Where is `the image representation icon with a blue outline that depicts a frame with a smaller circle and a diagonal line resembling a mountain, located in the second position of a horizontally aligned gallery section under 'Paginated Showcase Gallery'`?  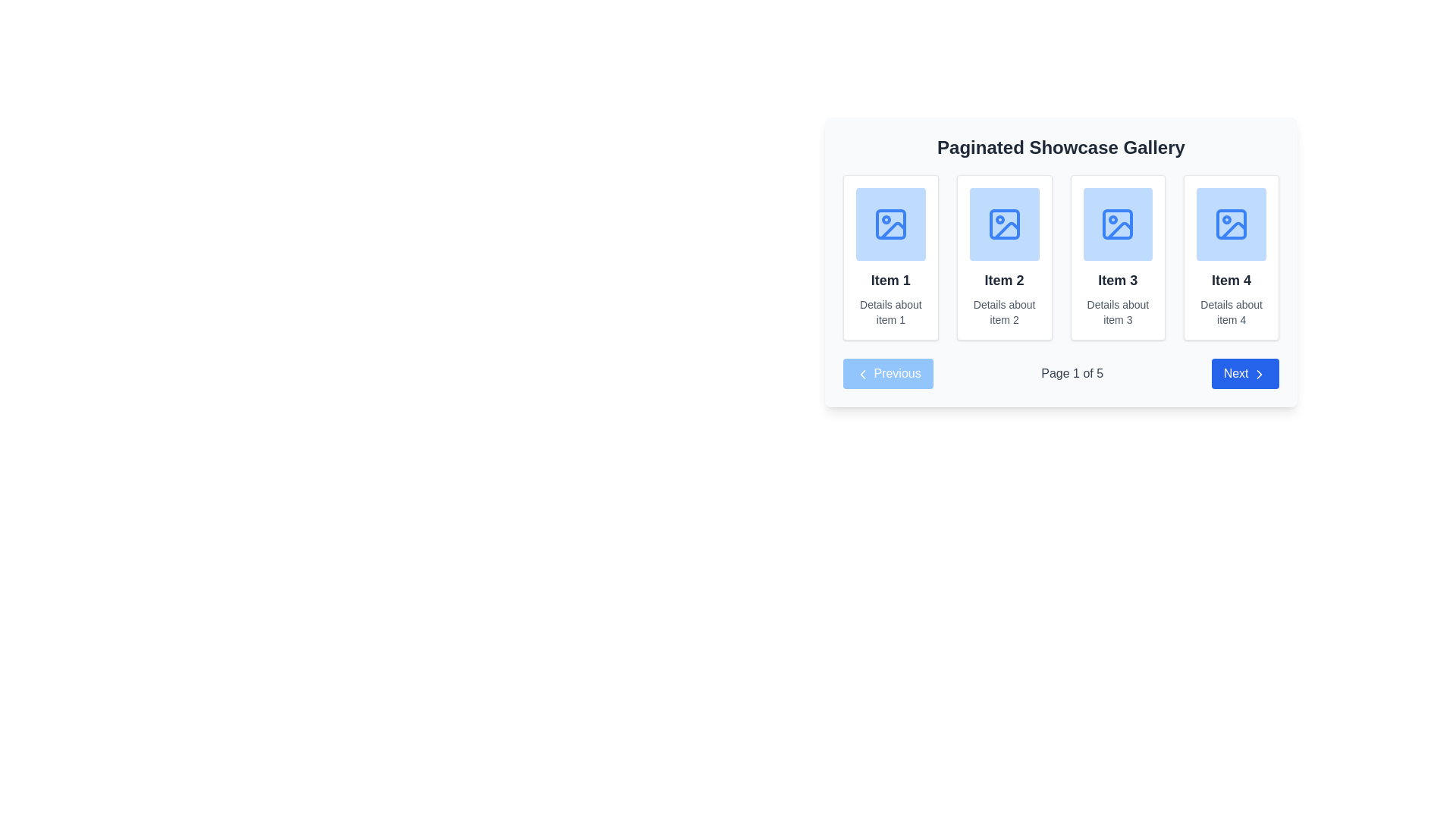
the image representation icon with a blue outline that depicts a frame with a smaller circle and a diagonal line resembling a mountain, located in the second position of a horizontally aligned gallery section under 'Paginated Showcase Gallery' is located at coordinates (1004, 224).